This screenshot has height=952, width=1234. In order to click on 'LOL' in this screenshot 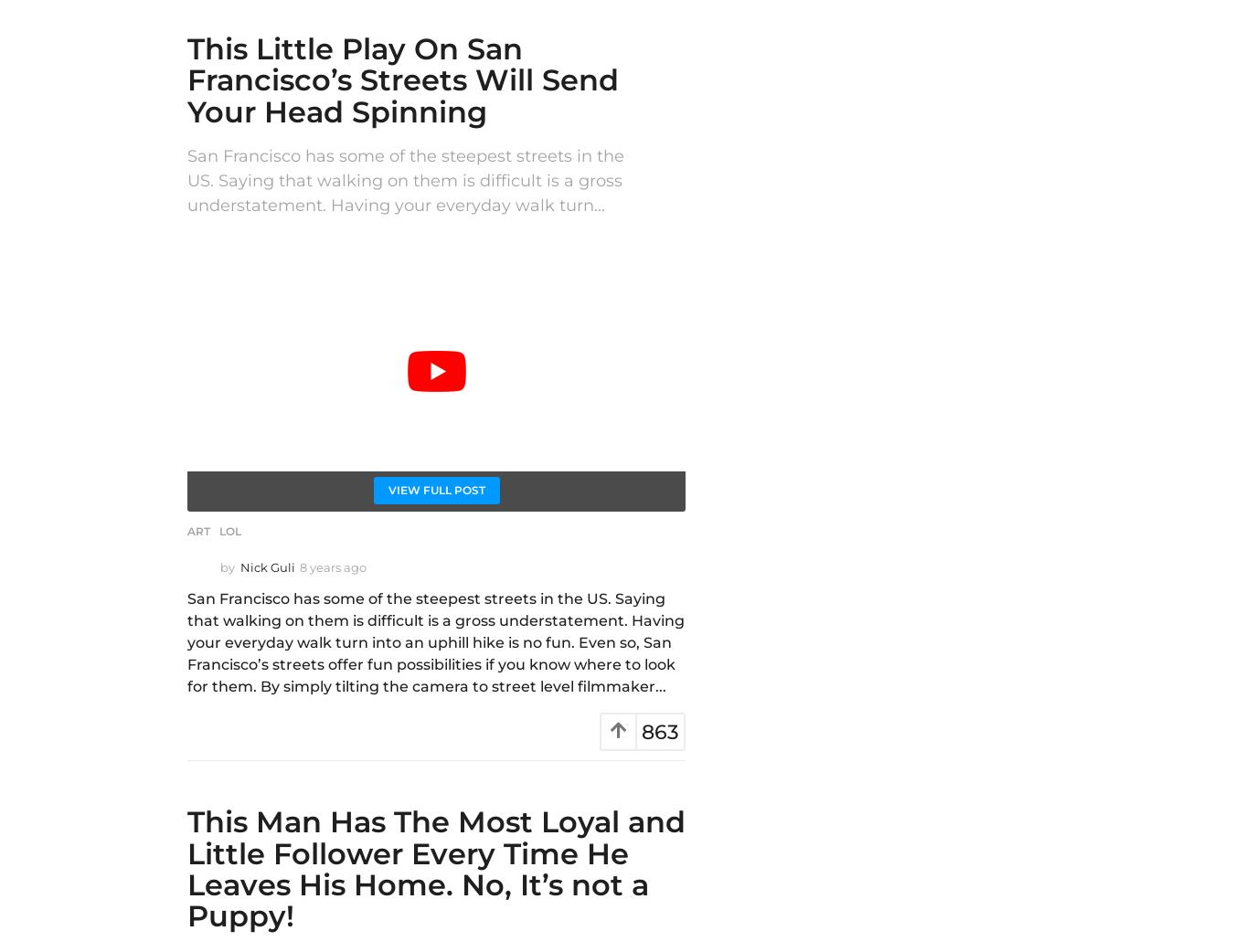, I will do `click(229, 530)`.